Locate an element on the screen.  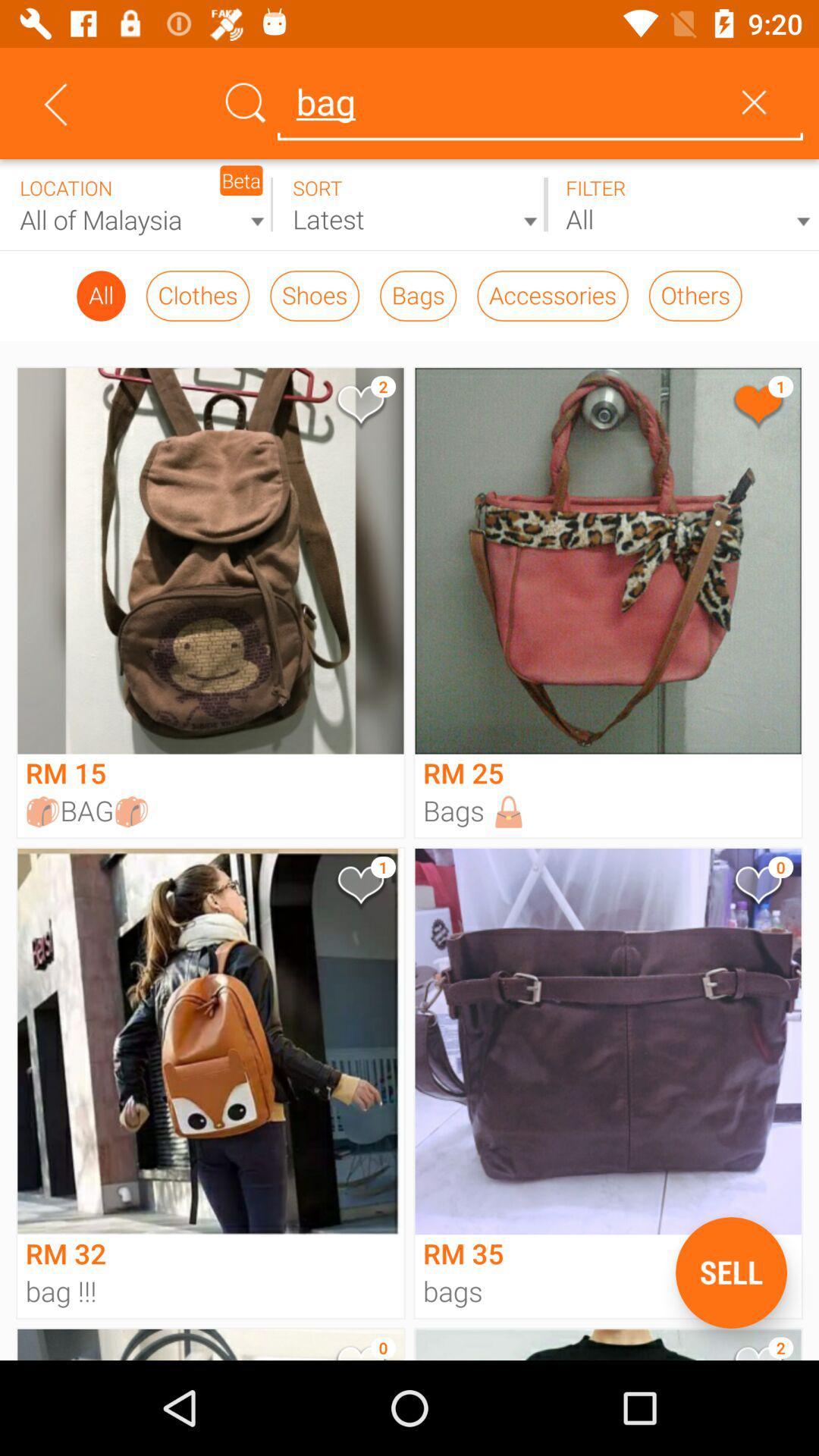
the button allows user to like a product and also shows how many people liked that product is located at coordinates (758, 407).